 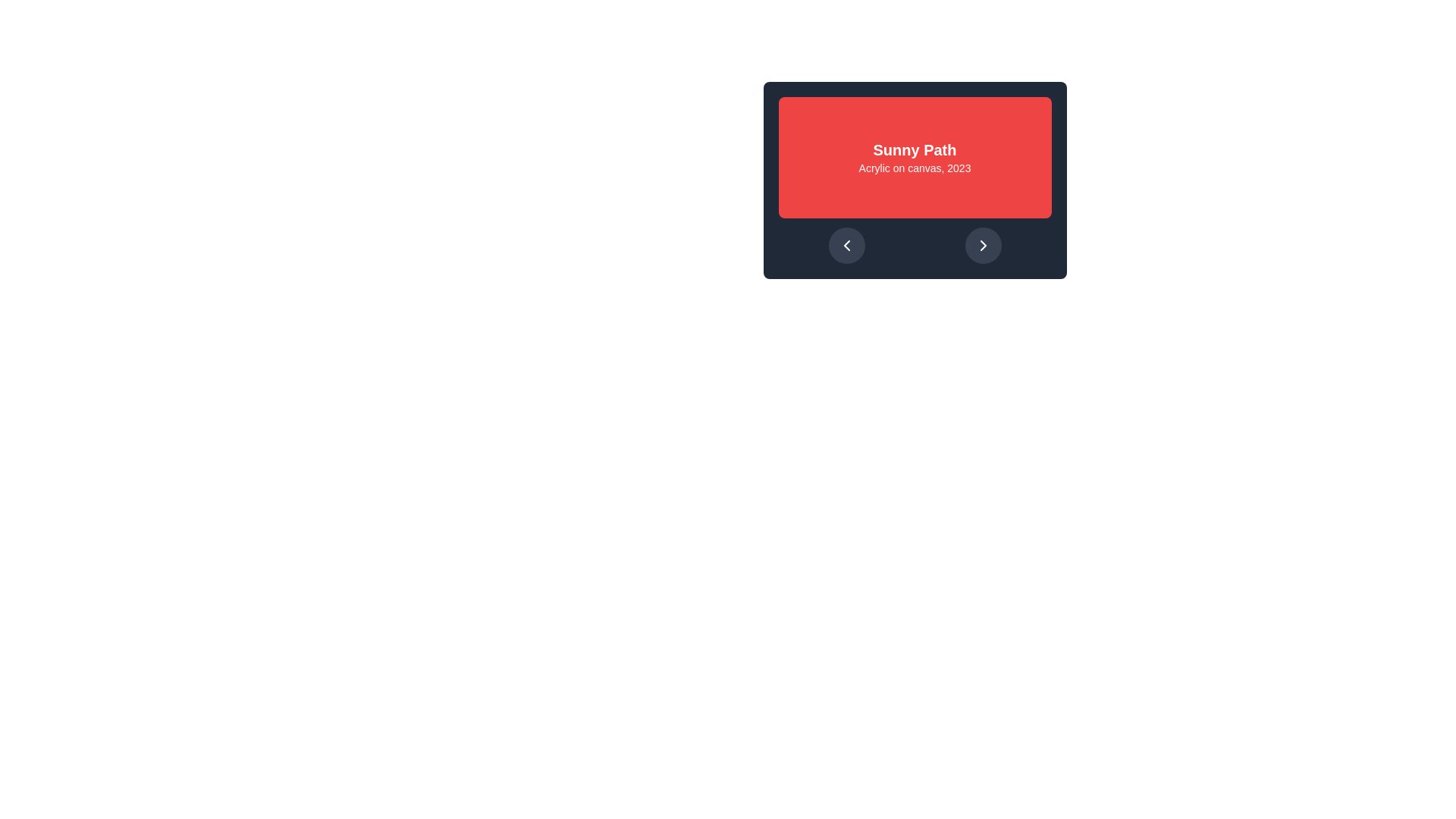 I want to click on the primary heading text label located above the sibling element displaying 'Acrylic on canvas, 2023', centered within the dark background panel, so click(x=914, y=149).